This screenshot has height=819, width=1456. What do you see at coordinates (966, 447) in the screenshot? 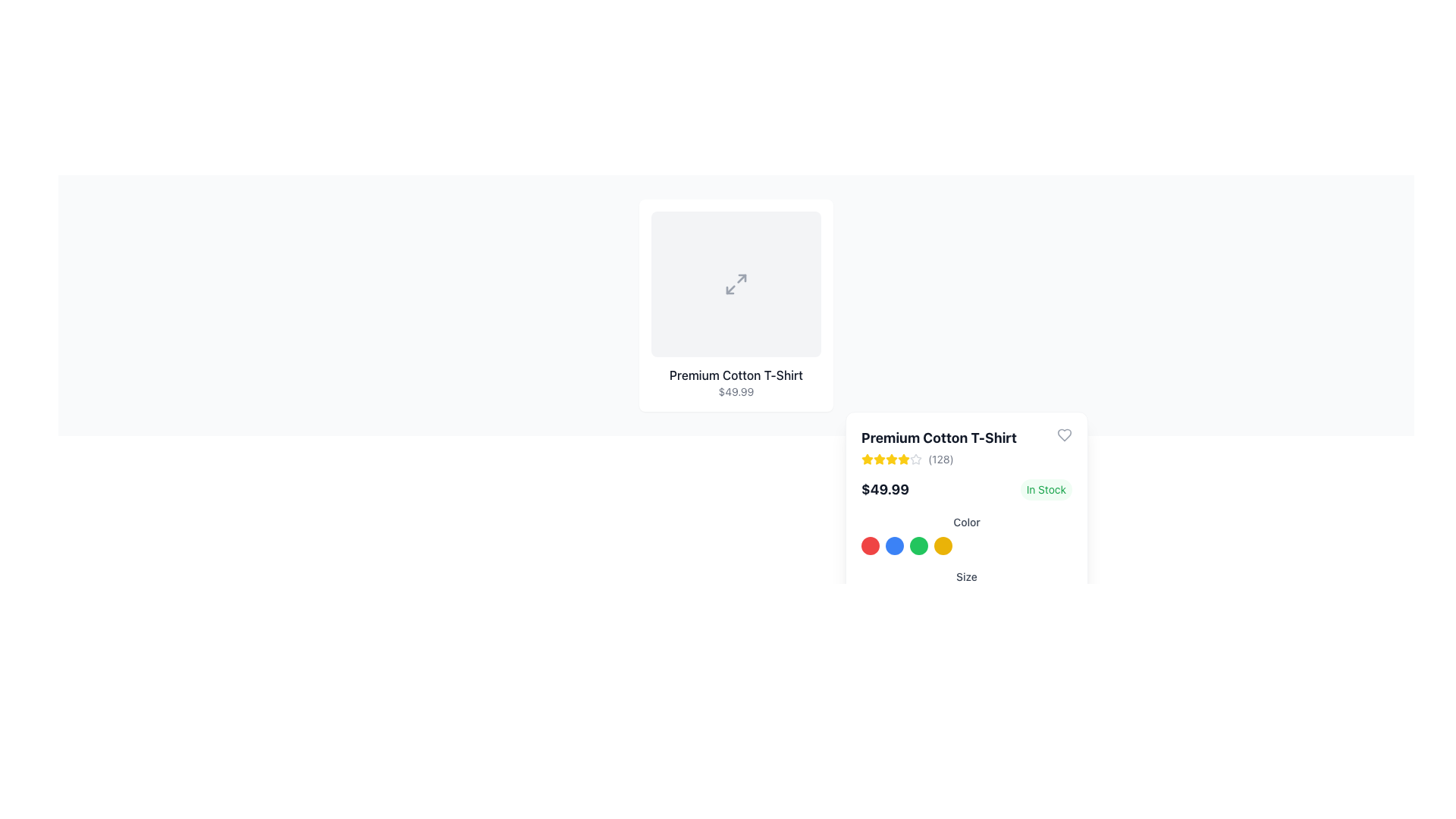
I see `product name 'Premium Cotton T-Shirt' from the Product header section displaying the rating and wishlist icon, located at the top section of the expanded product detail overlay` at bounding box center [966, 447].